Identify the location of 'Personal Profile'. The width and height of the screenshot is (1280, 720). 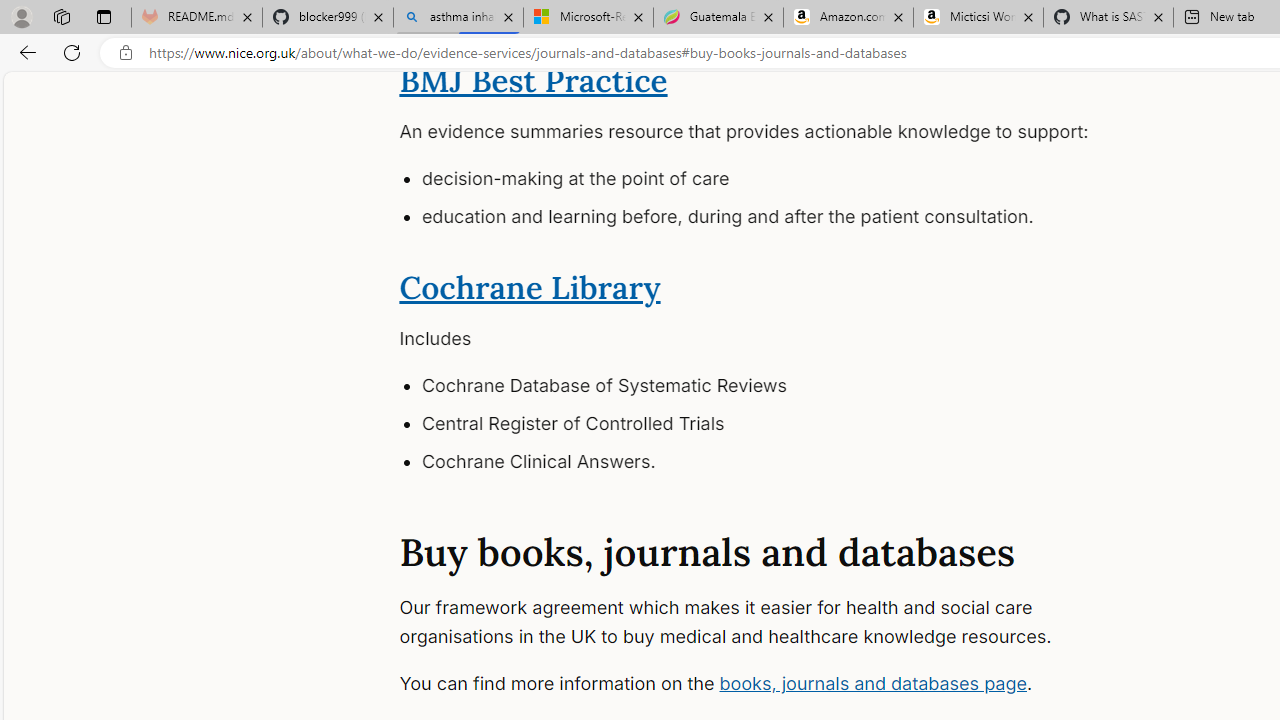
(21, 16).